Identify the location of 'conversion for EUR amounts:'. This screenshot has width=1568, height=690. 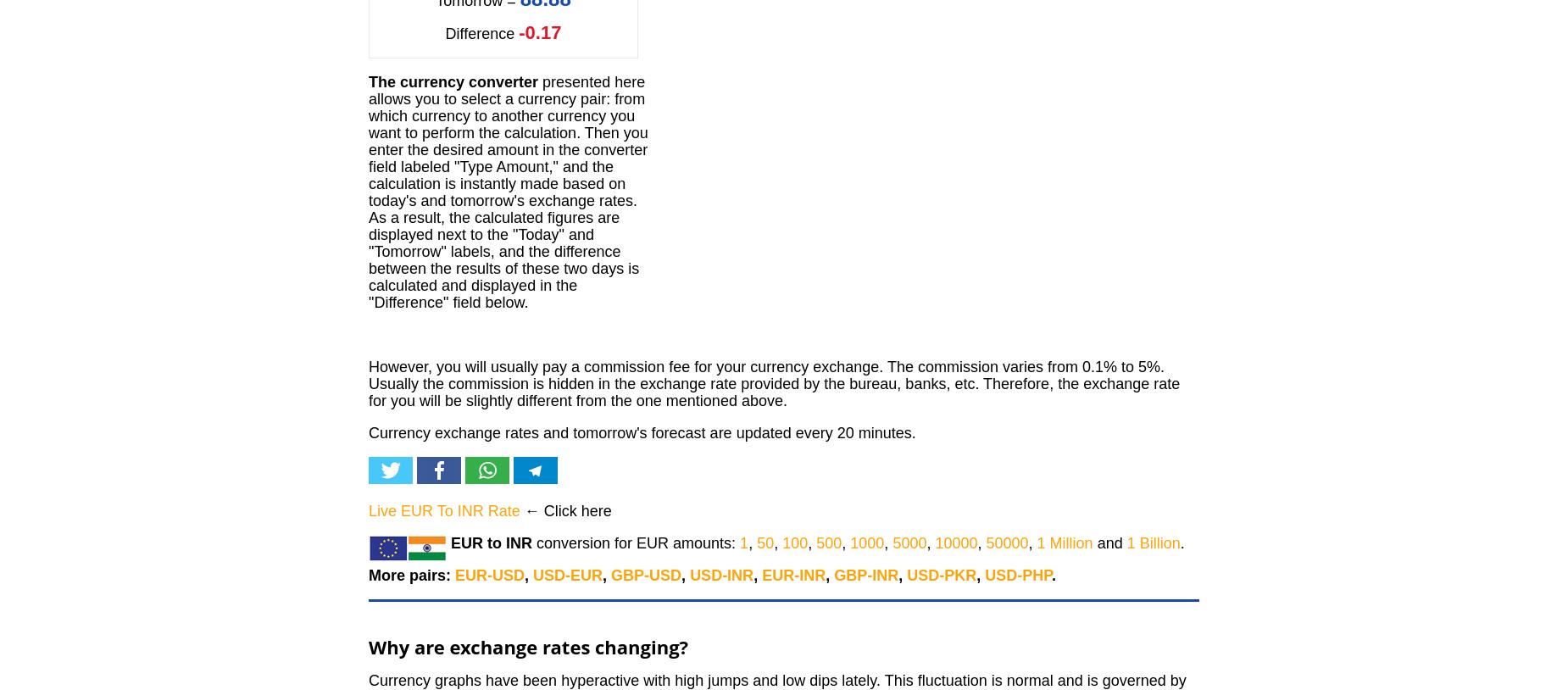
(532, 543).